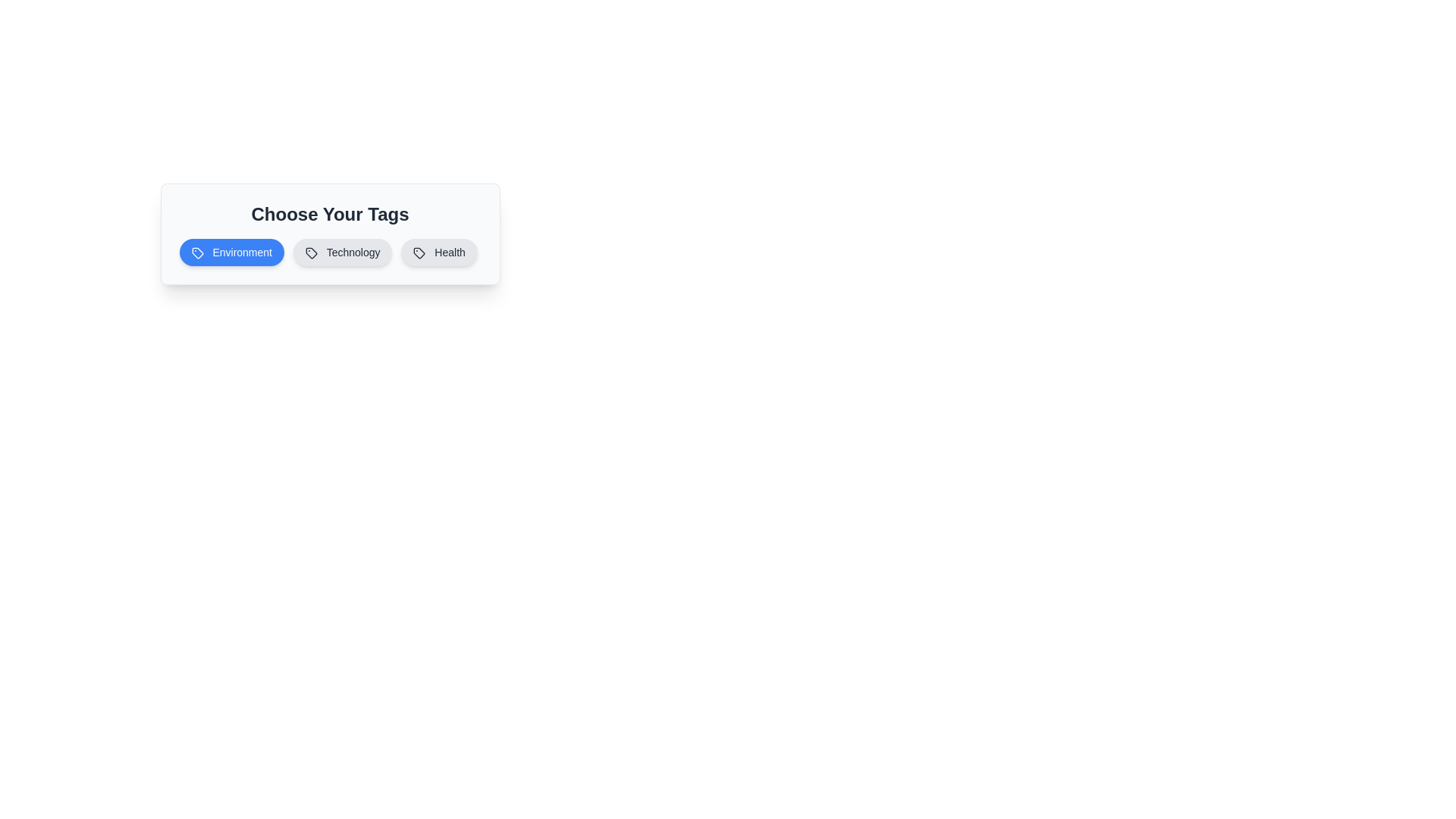 The image size is (1456, 819). What do you see at coordinates (231, 251) in the screenshot?
I see `the tag labeled Environment` at bounding box center [231, 251].